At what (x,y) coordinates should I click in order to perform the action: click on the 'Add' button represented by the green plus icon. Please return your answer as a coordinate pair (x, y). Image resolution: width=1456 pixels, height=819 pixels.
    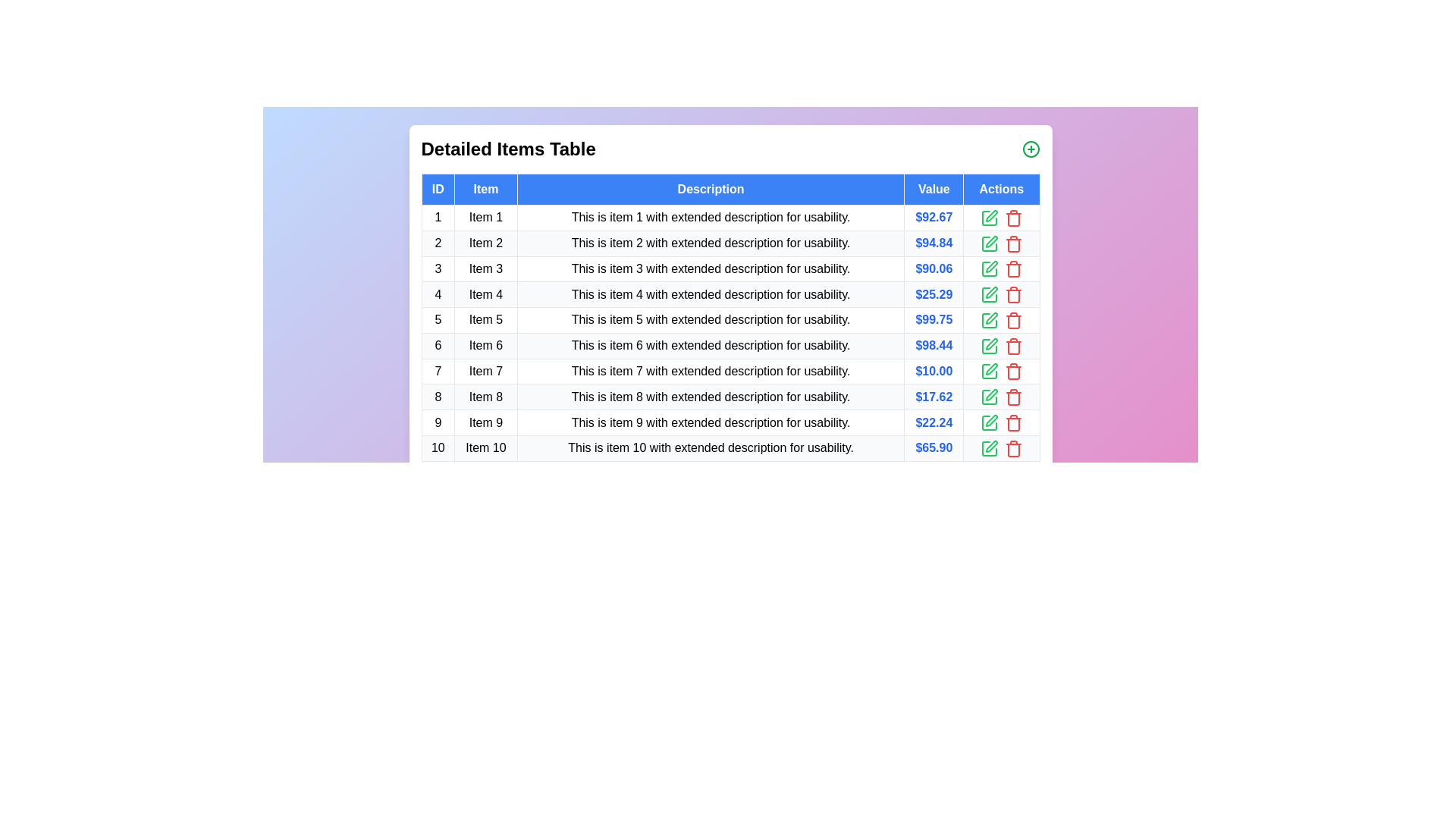
    Looking at the image, I should click on (1031, 149).